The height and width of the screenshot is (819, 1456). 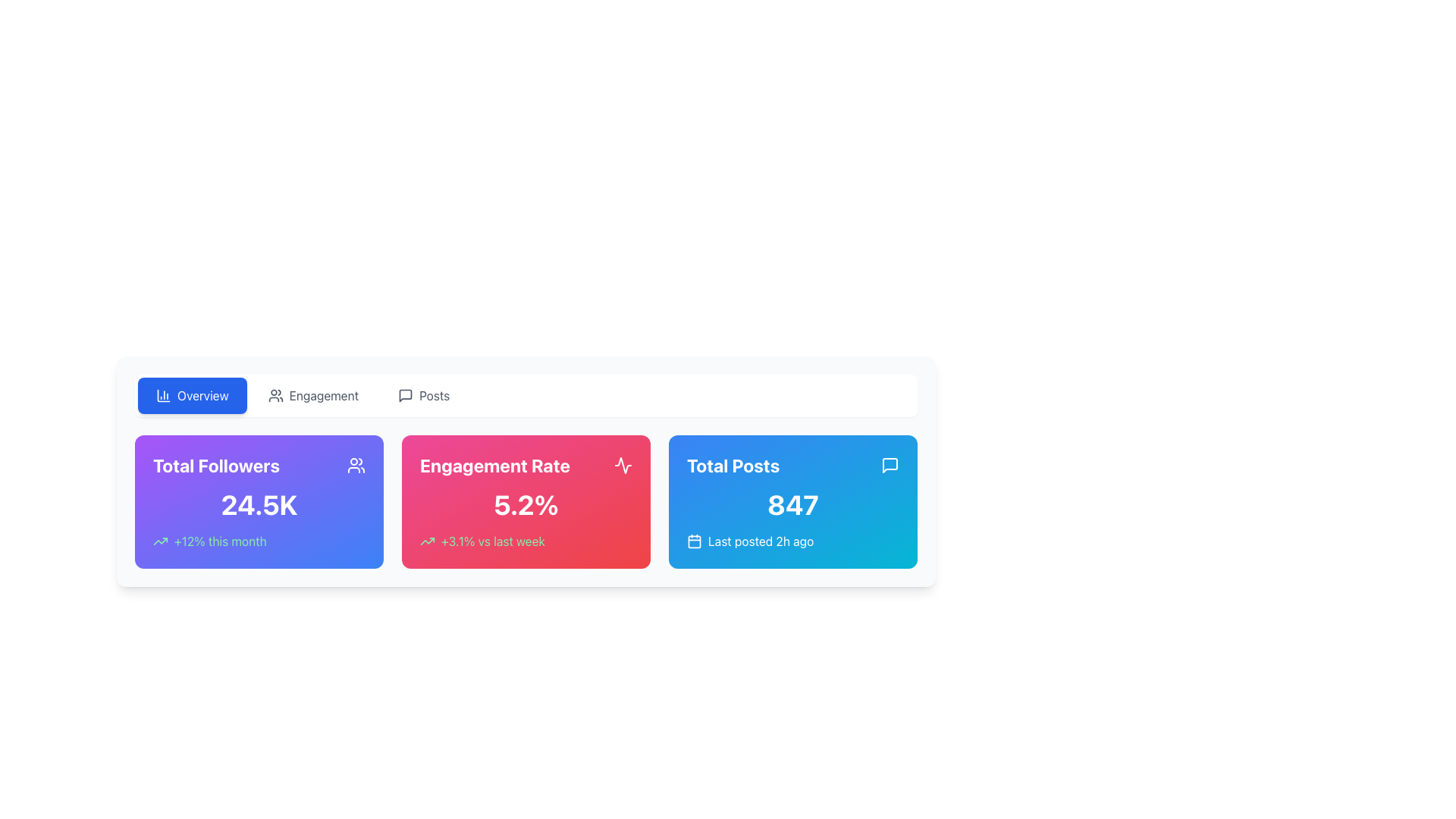 I want to click on the blue button with rounded corners labeled 'Overview', so click(x=191, y=394).